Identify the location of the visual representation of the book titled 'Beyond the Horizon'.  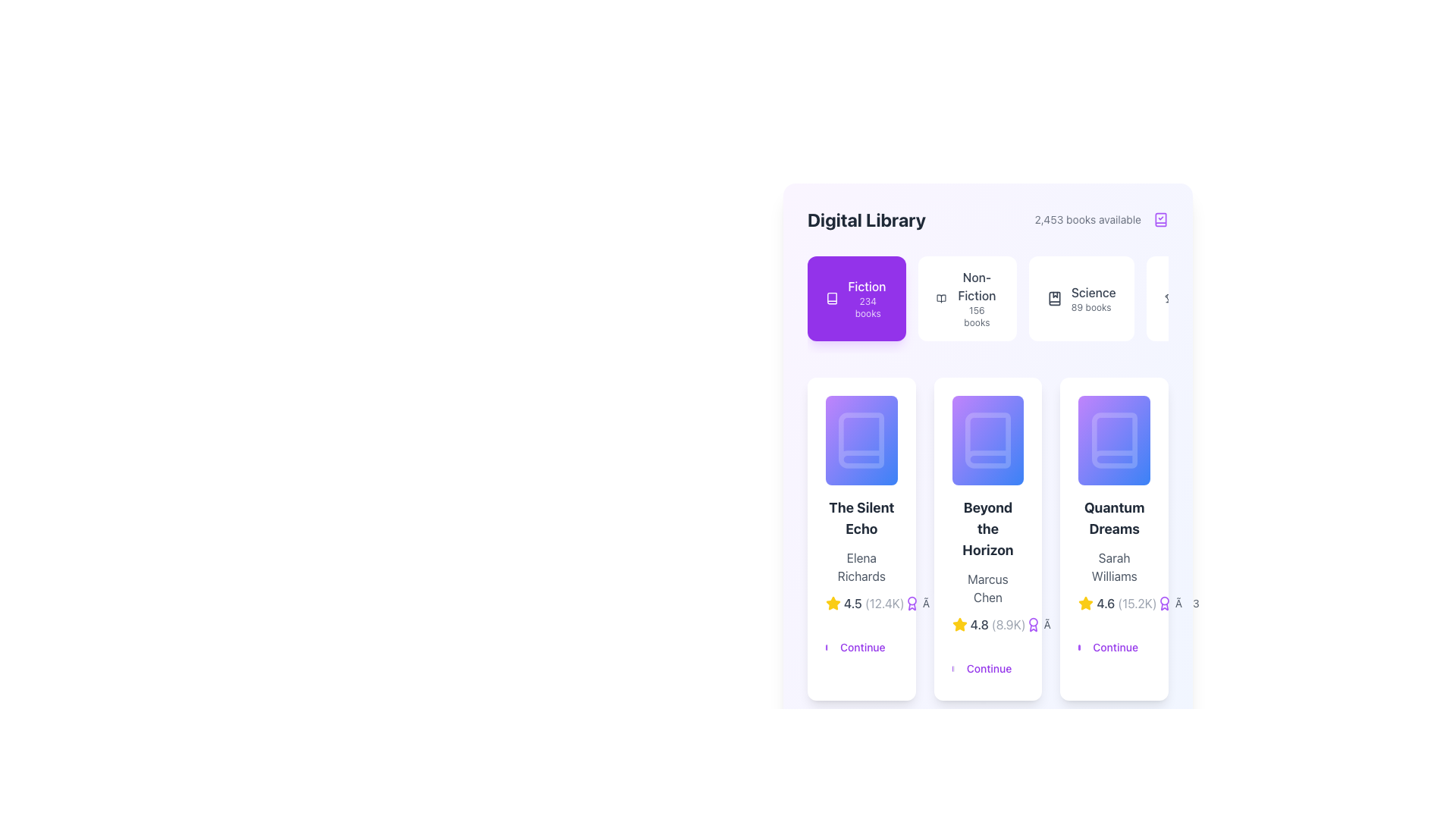
(987, 441).